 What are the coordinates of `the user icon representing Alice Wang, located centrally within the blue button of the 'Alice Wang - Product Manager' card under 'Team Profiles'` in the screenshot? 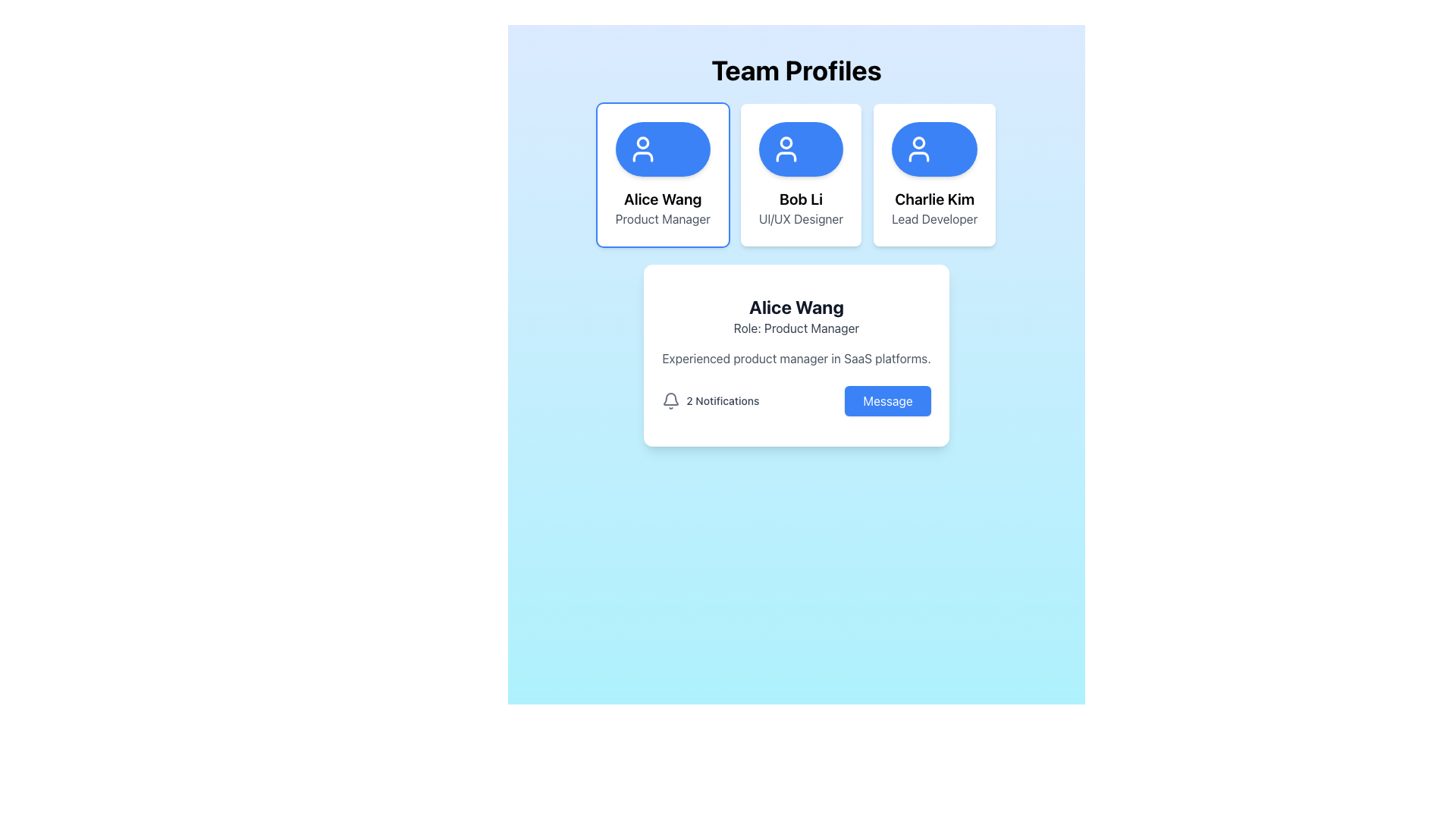 It's located at (642, 149).